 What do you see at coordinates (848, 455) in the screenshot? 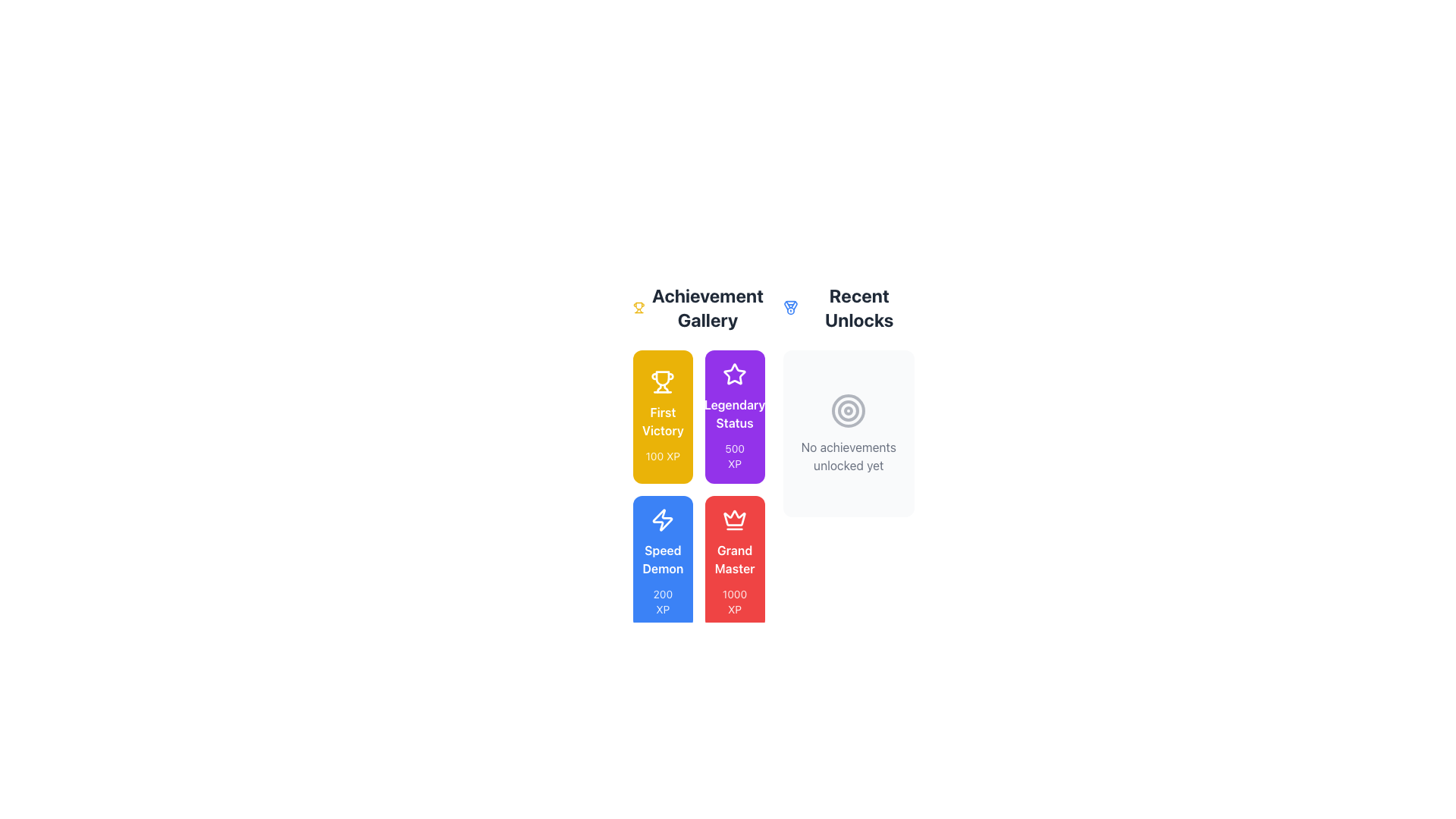
I see `the text label that reads 'No achievements unlocked yet', which is styled in gray and located below the circular target icon in the 'Recent Unlocks' section` at bounding box center [848, 455].